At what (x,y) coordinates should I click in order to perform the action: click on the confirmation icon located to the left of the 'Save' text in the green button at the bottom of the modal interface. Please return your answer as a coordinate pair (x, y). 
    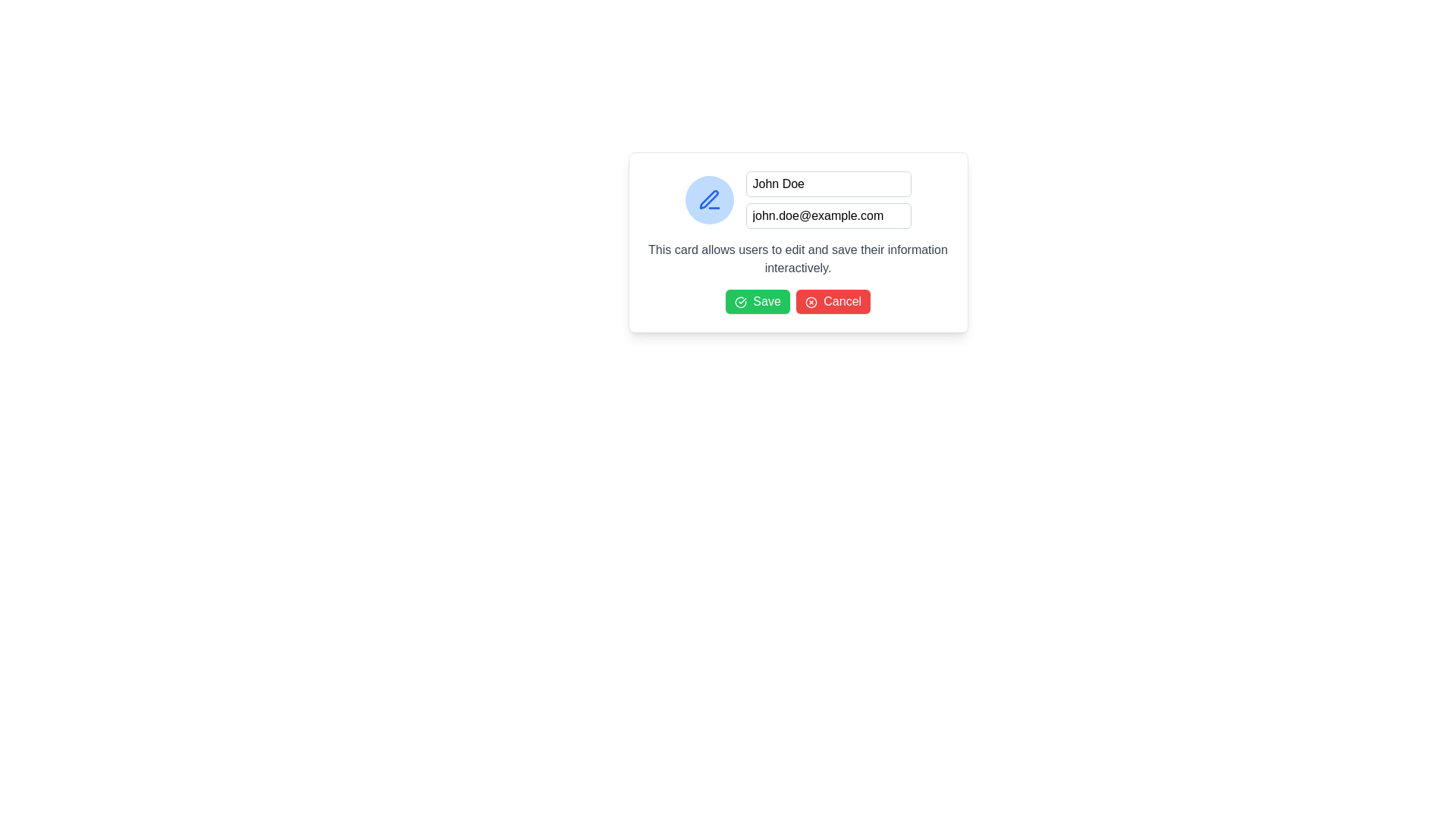
    Looking at the image, I should click on (740, 302).